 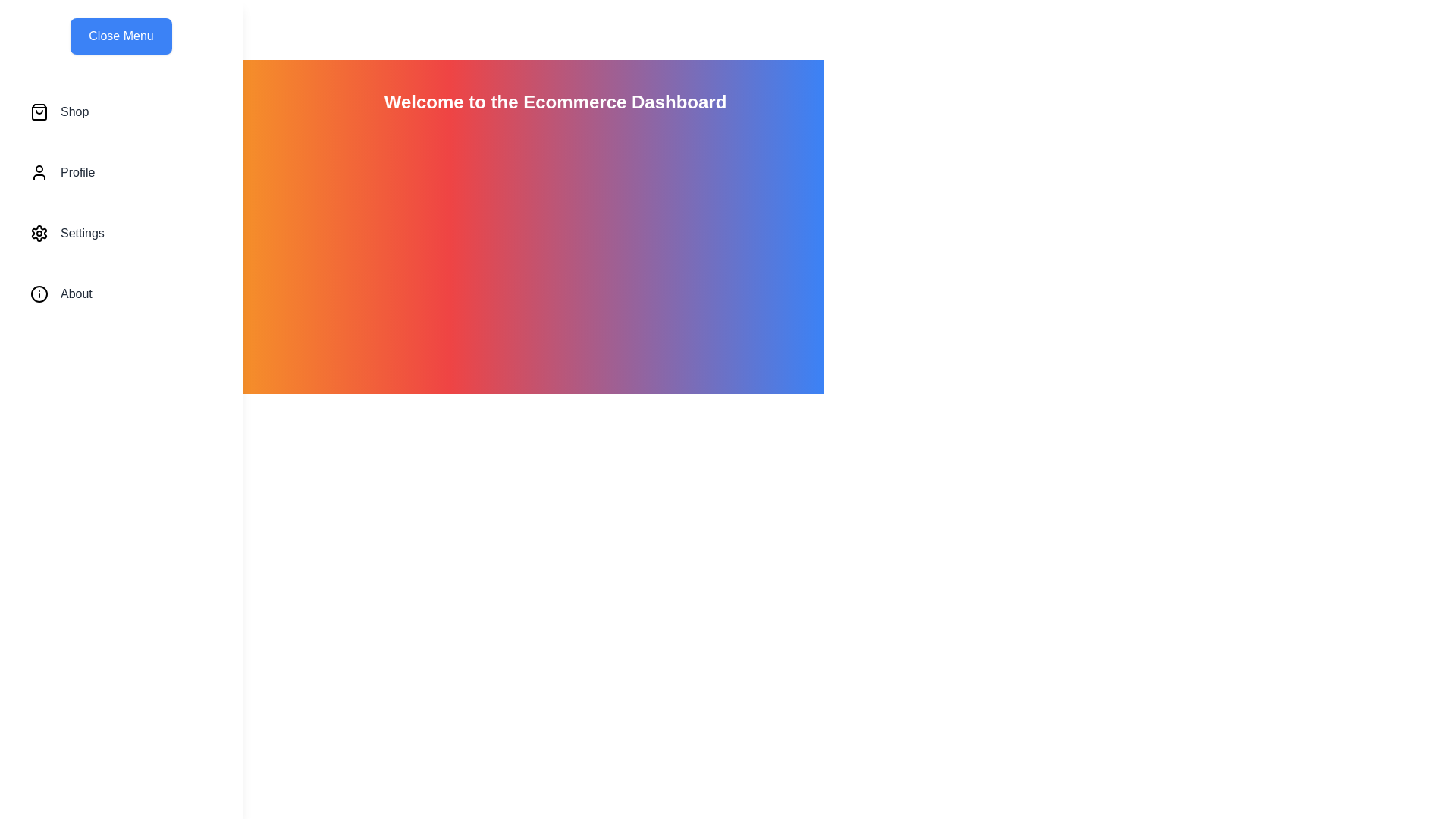 What do you see at coordinates (120, 234) in the screenshot?
I see `the menu item Settings where Settings can be one of 'Shop', 'Profile', 'Settings', or 'About'` at bounding box center [120, 234].